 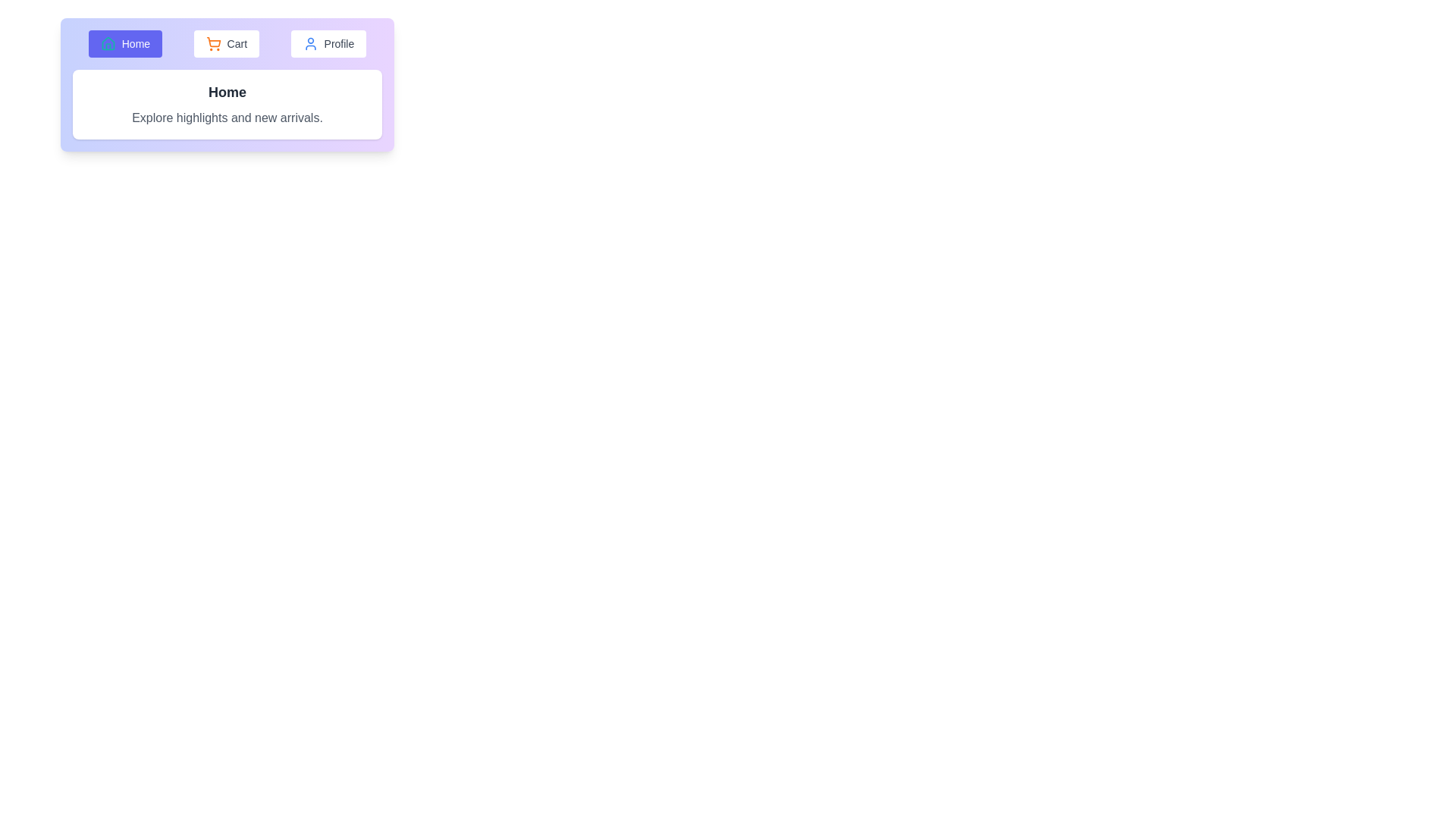 What do you see at coordinates (327, 42) in the screenshot?
I see `the Profile tab to view its hover effect` at bounding box center [327, 42].